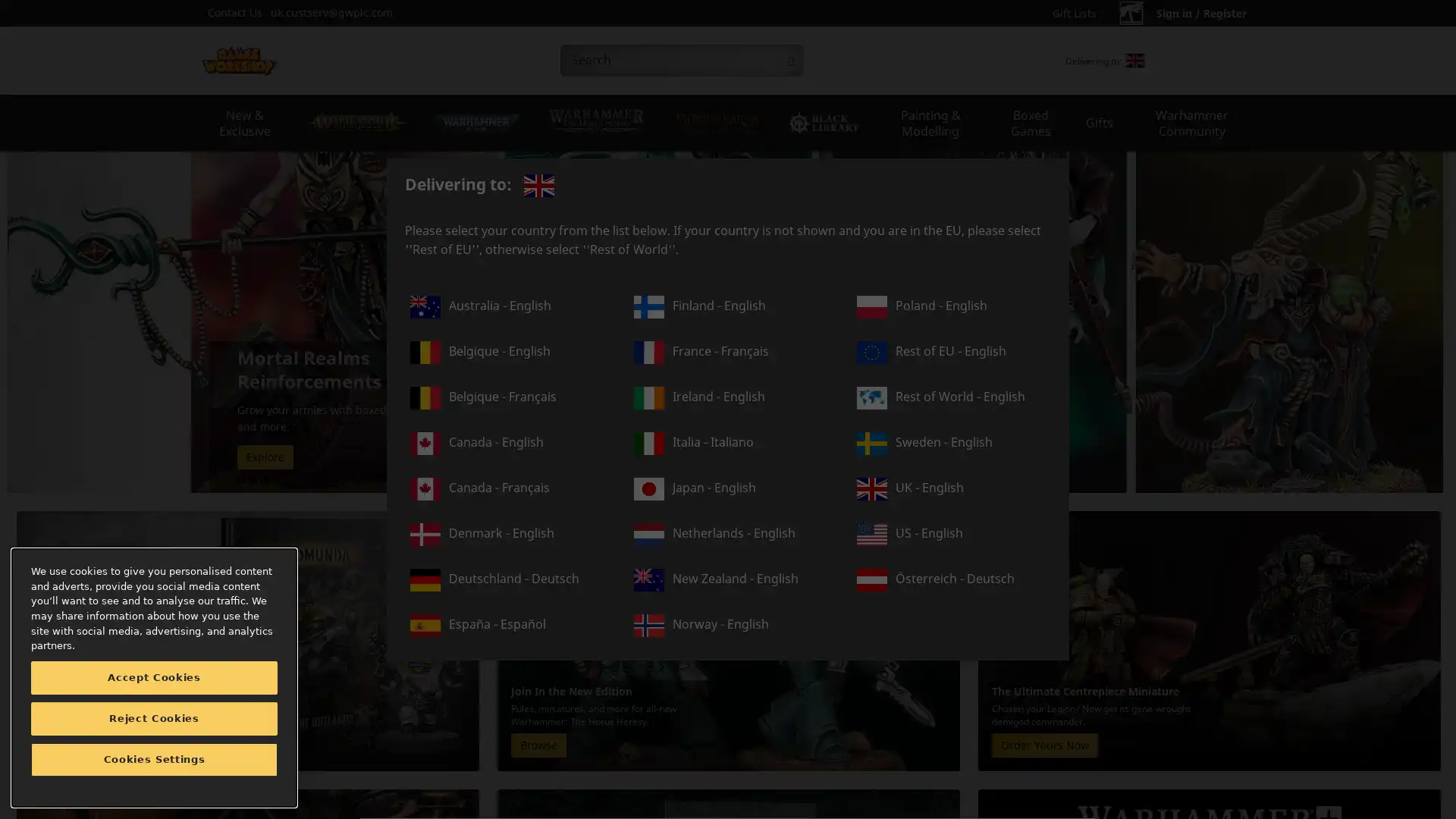 The height and width of the screenshot is (819, 1456). What do you see at coordinates (154, 718) in the screenshot?
I see `Reject Cookies` at bounding box center [154, 718].